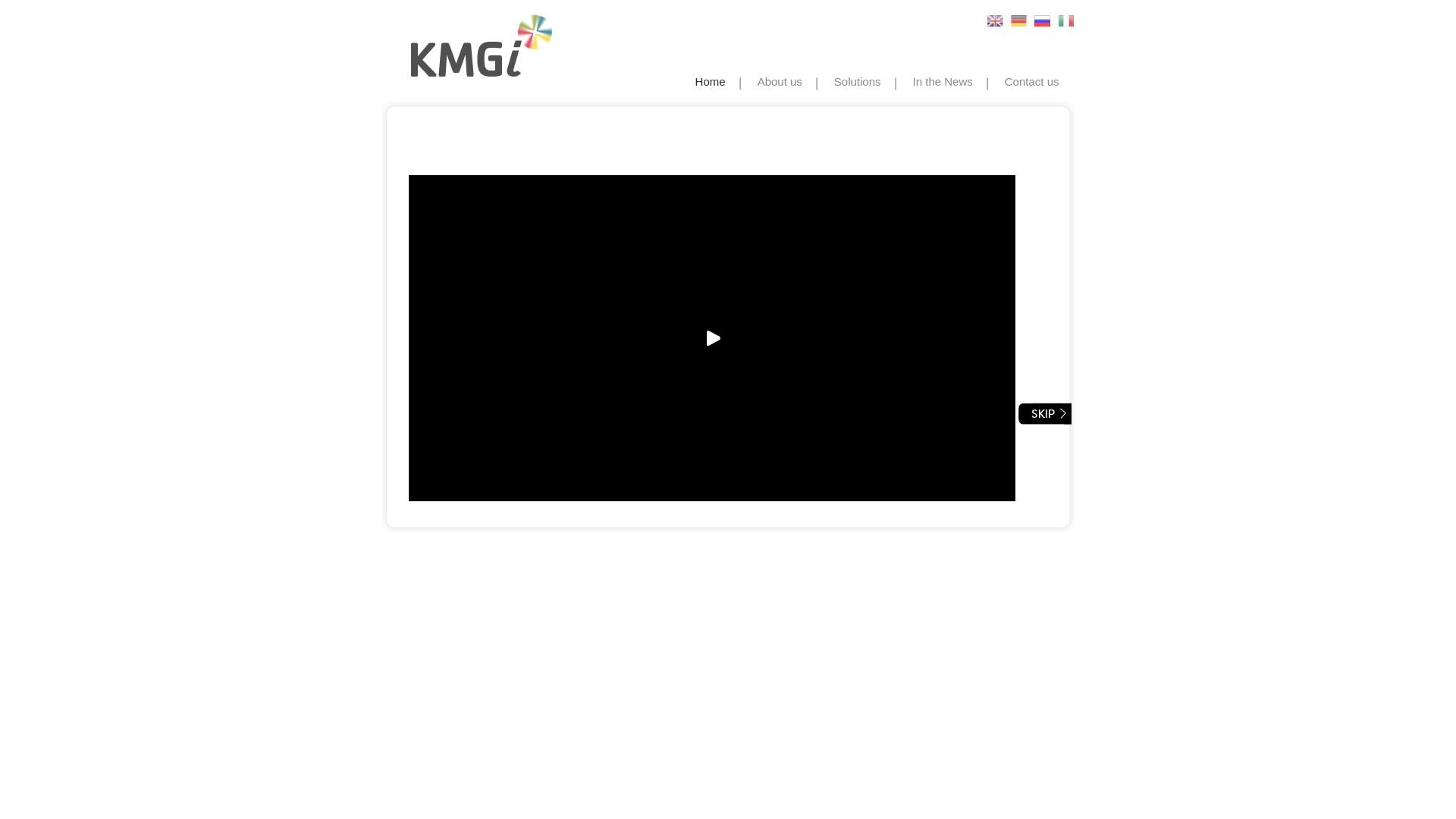  What do you see at coordinates (1011, 20) in the screenshot?
I see `'German'` at bounding box center [1011, 20].